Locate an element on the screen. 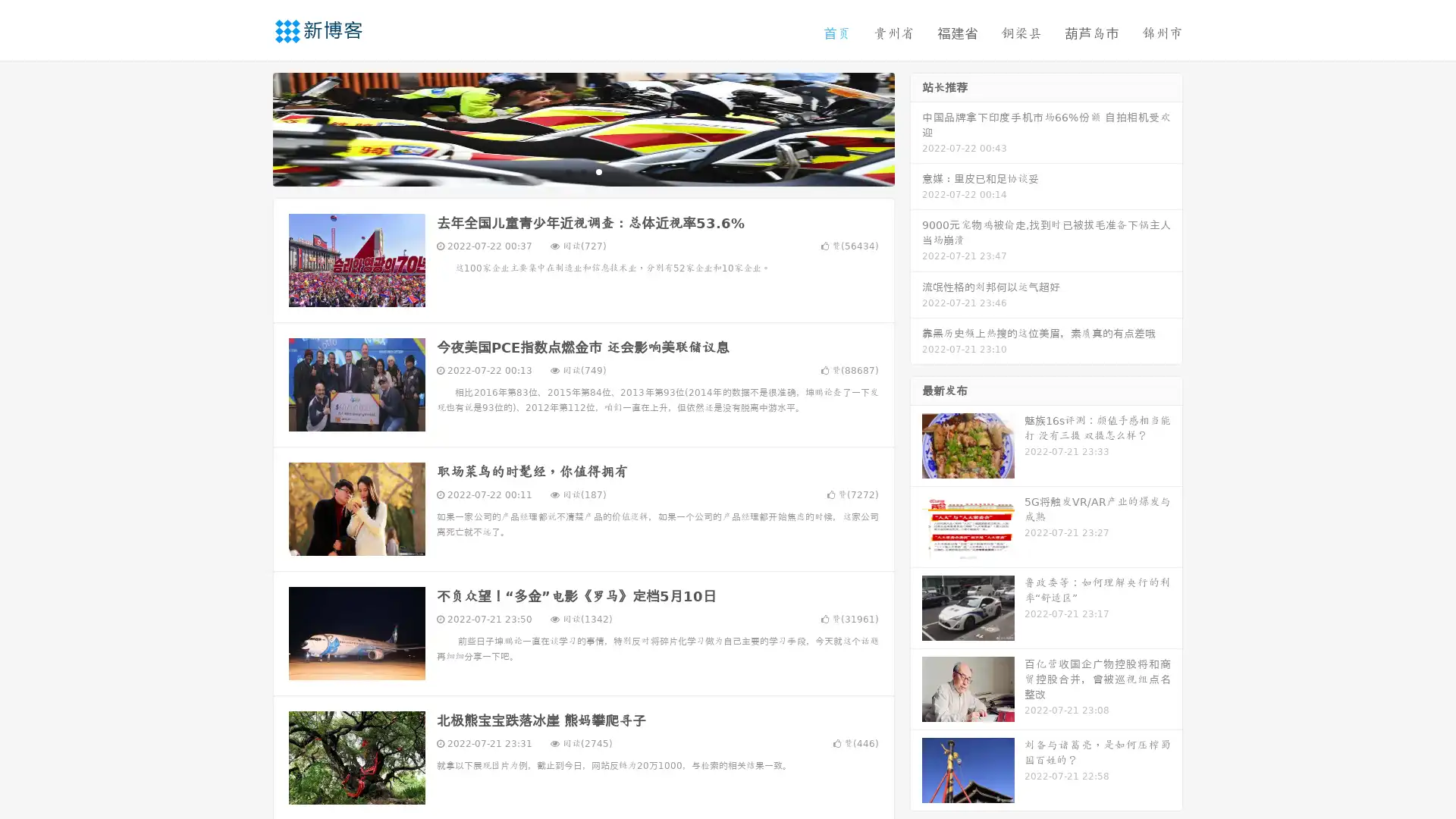 The height and width of the screenshot is (819, 1456). Go to slide 1 is located at coordinates (567, 171).